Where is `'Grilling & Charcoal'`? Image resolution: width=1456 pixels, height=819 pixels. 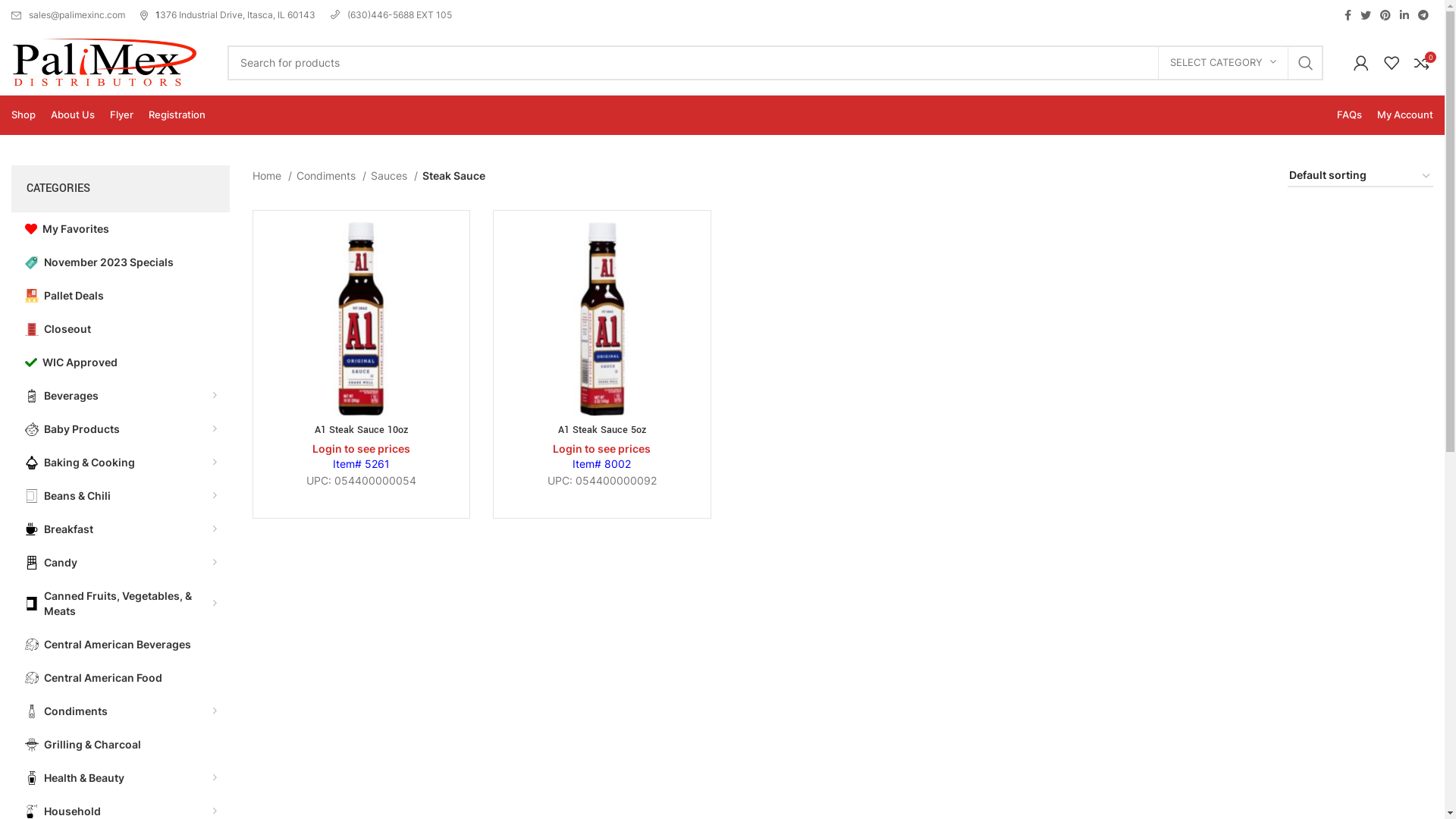 'Grilling & Charcoal' is located at coordinates (119, 744).